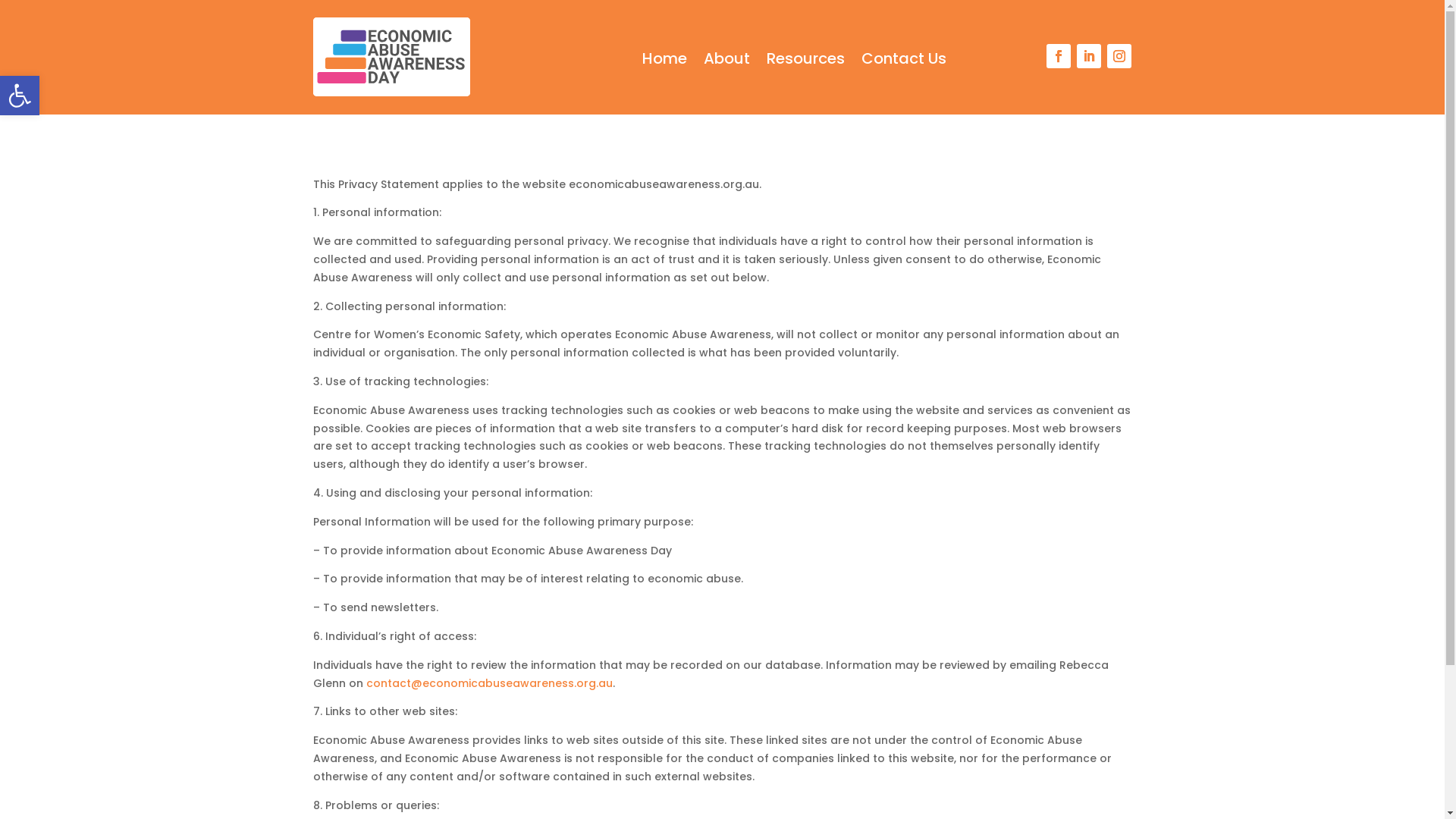 The image size is (1456, 819). Describe the element at coordinates (805, 61) in the screenshot. I see `'Resources'` at that location.